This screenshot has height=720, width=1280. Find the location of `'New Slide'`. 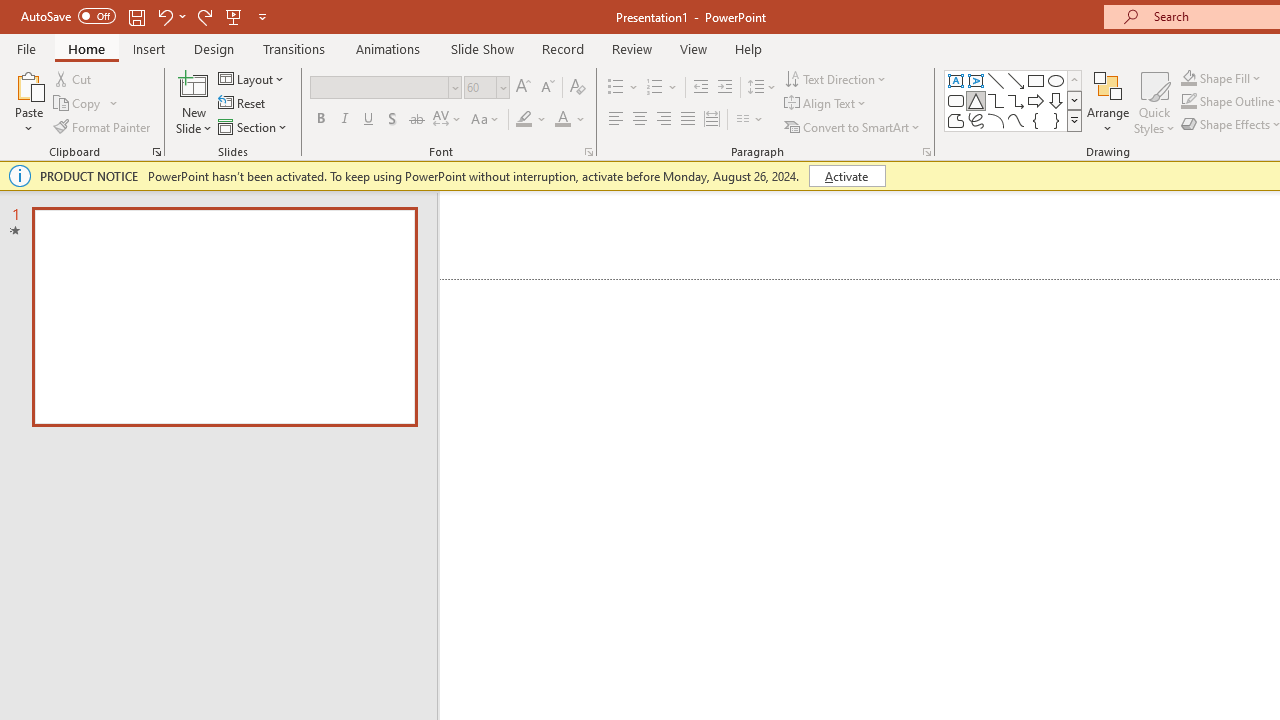

'New Slide' is located at coordinates (193, 84).